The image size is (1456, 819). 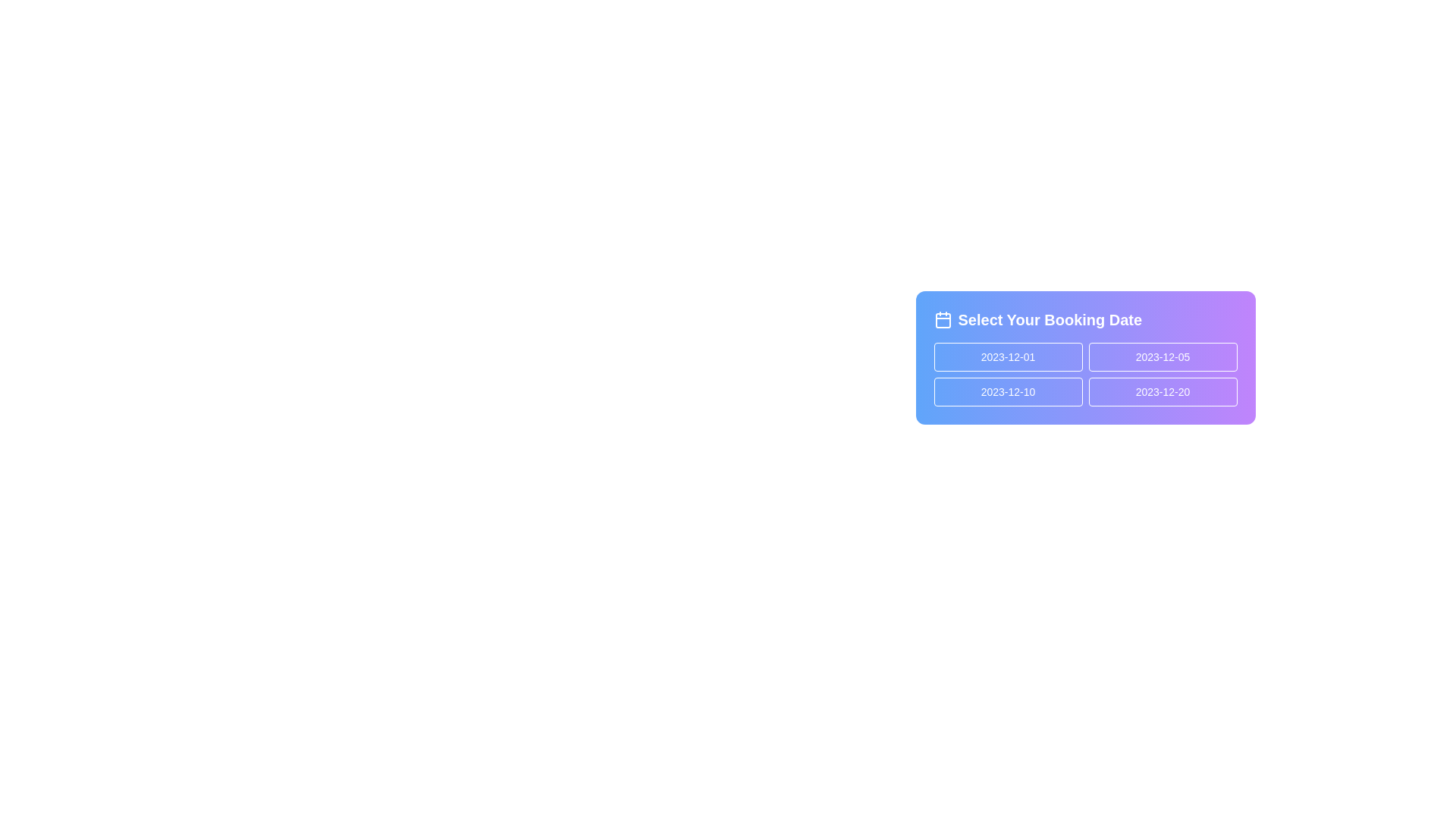 What do you see at coordinates (1162, 391) in the screenshot?
I see `the rectangular button with a light purple gradient background that contains the text '2023-12-20'` at bounding box center [1162, 391].